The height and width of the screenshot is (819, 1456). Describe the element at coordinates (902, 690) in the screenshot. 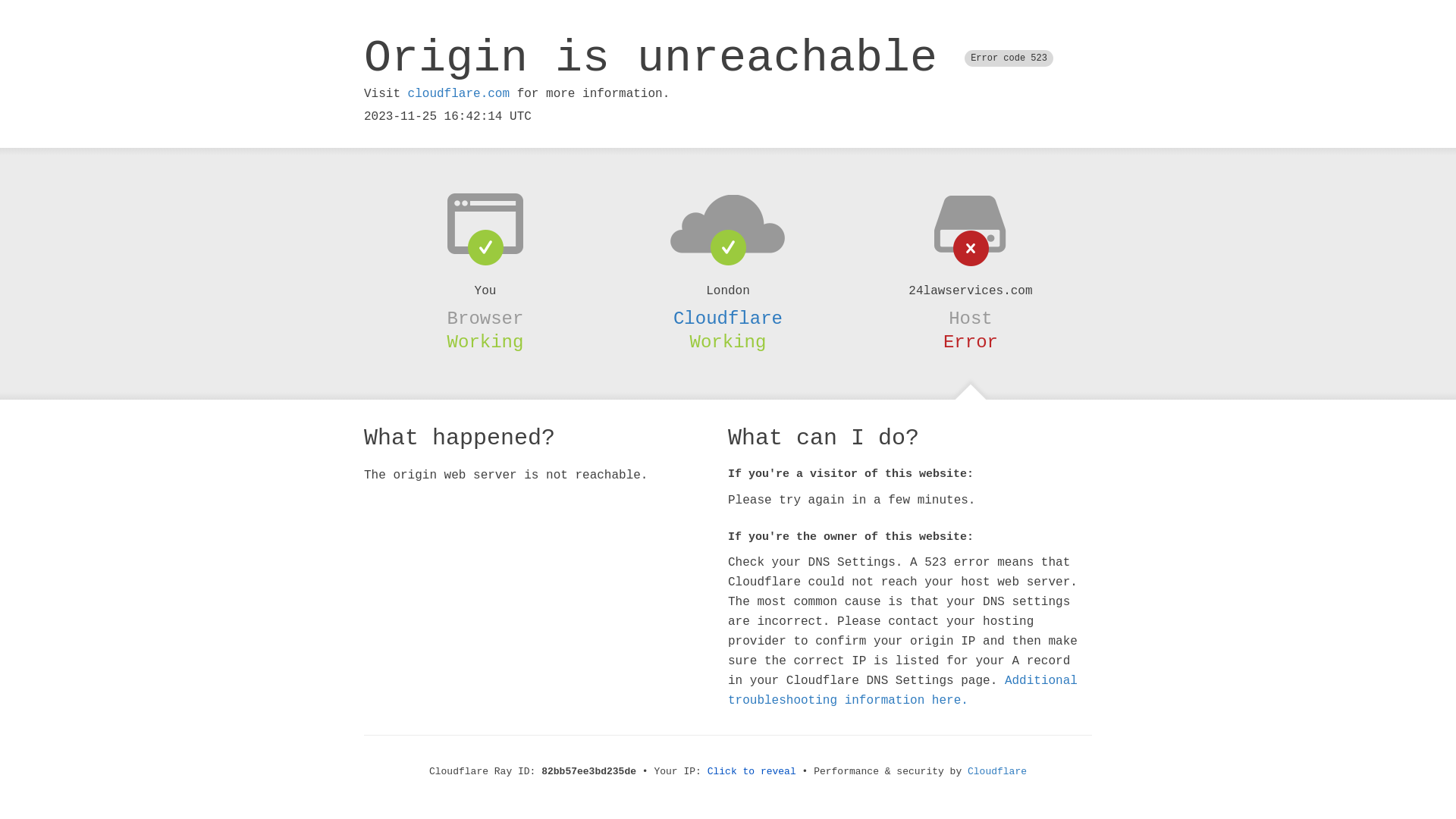

I see `'Additional troubleshooting information here.'` at that location.